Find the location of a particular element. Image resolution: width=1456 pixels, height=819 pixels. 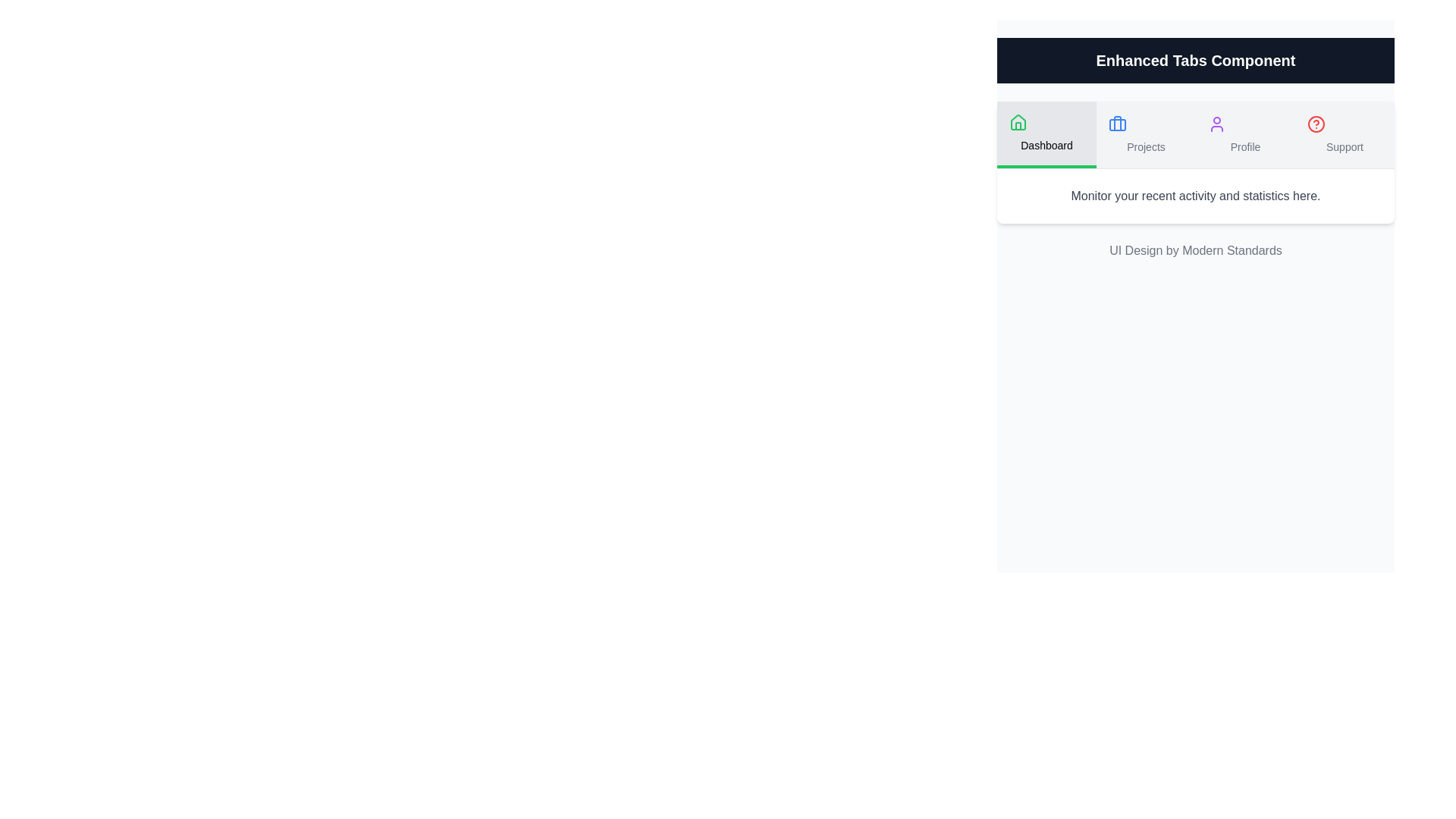

the 'Support' label located beneath the help circle icon in the header navigation bar is located at coordinates (1345, 146).